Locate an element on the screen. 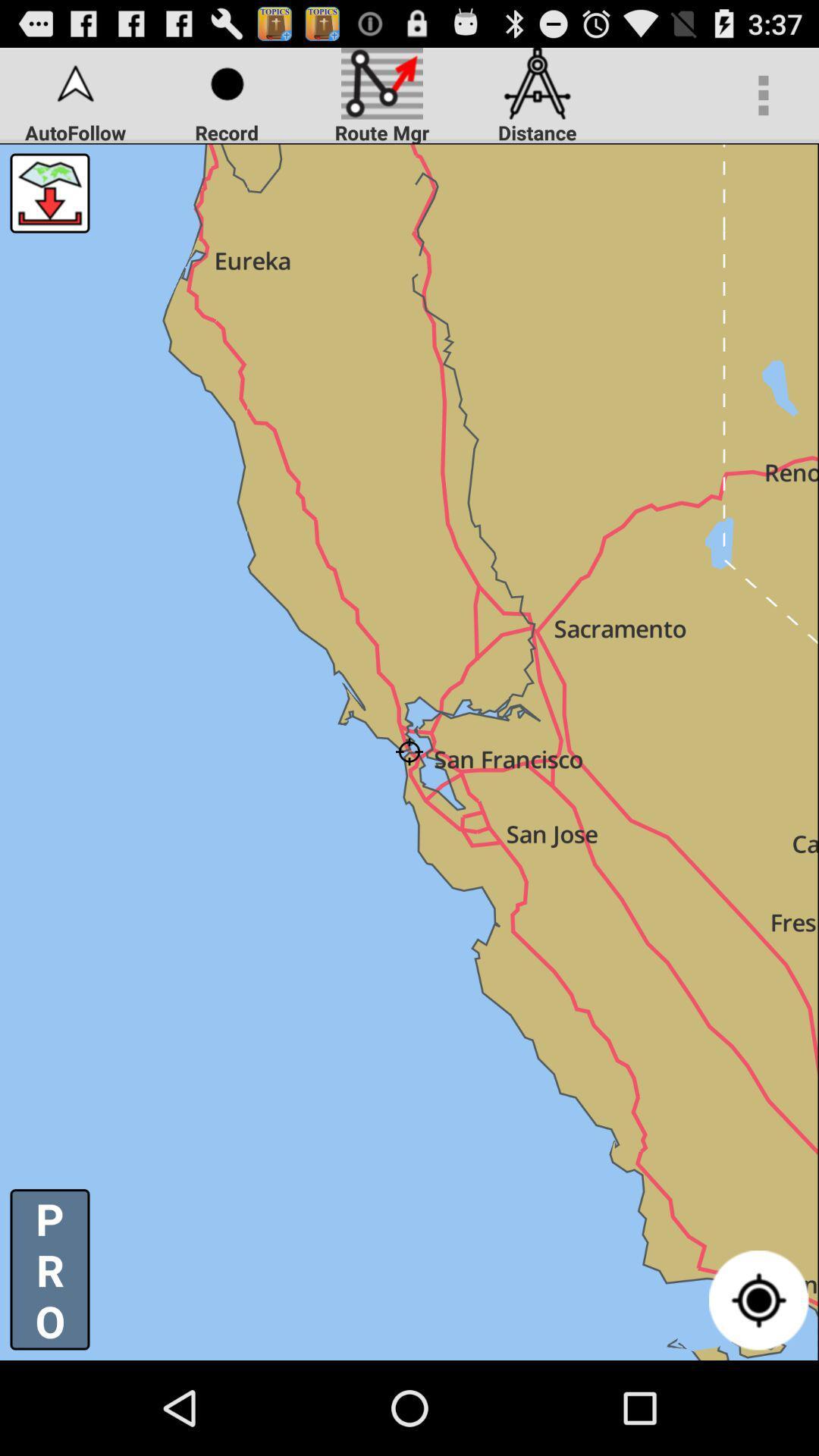 The height and width of the screenshot is (1456, 819). go down is located at coordinates (49, 192).